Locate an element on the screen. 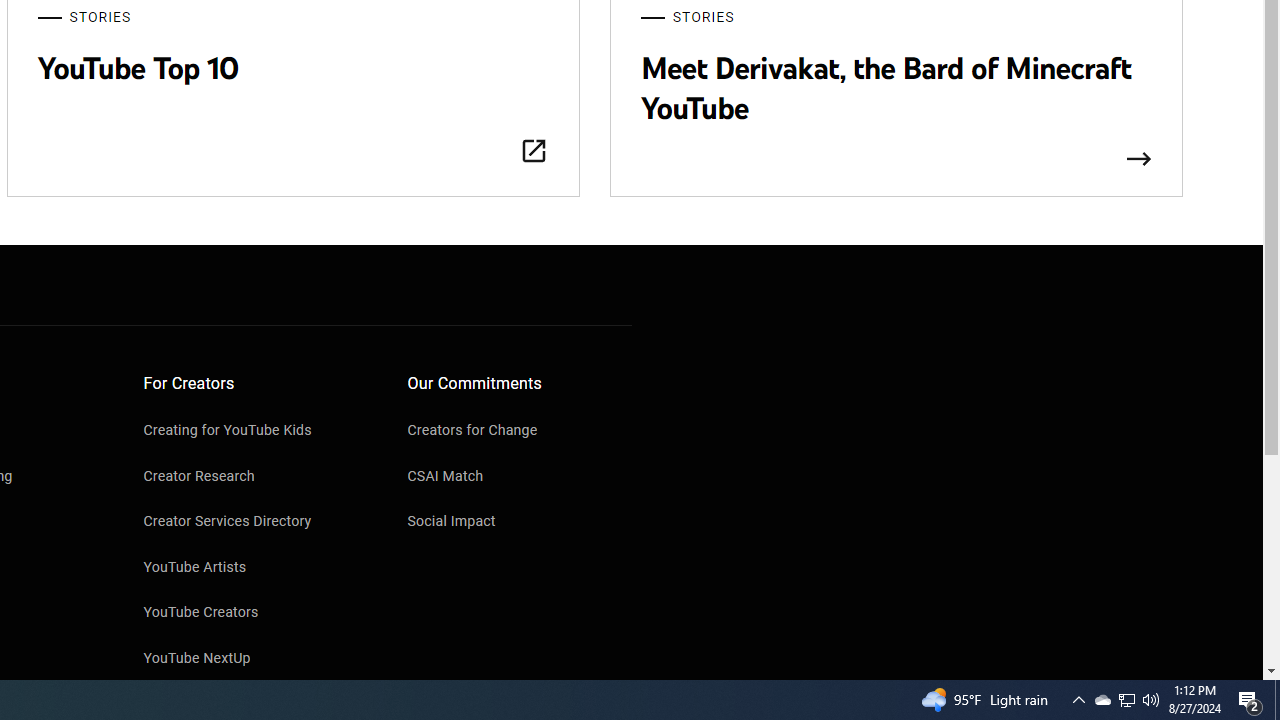 This screenshot has height=720, width=1280. 'YouTube NextUp' is located at coordinates (255, 659).